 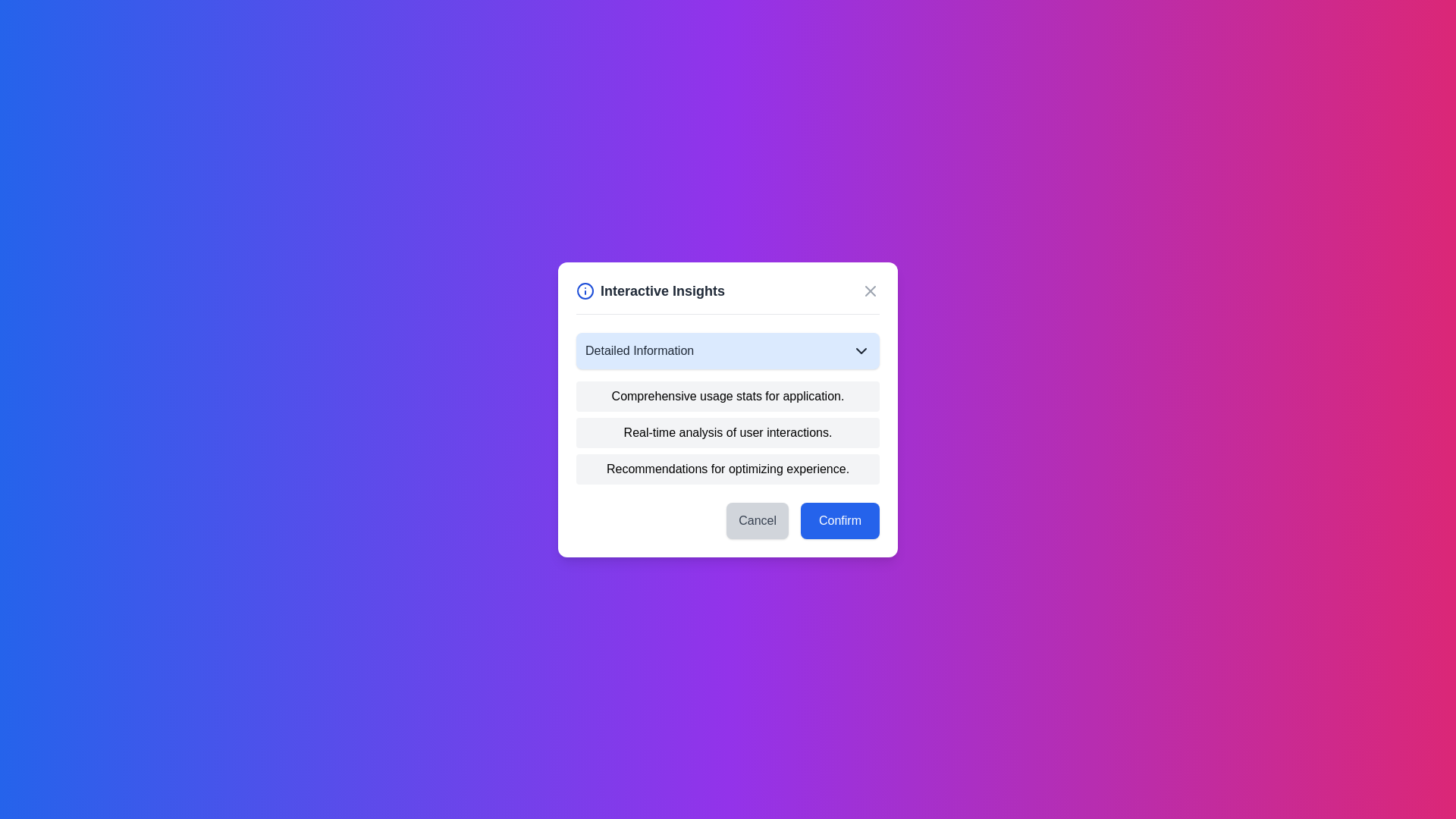 What do you see at coordinates (870, 290) in the screenshot?
I see `the close button represented by a small 'X' icon in the top-right corner of the 'Interactive Insights' modal dialog` at bounding box center [870, 290].